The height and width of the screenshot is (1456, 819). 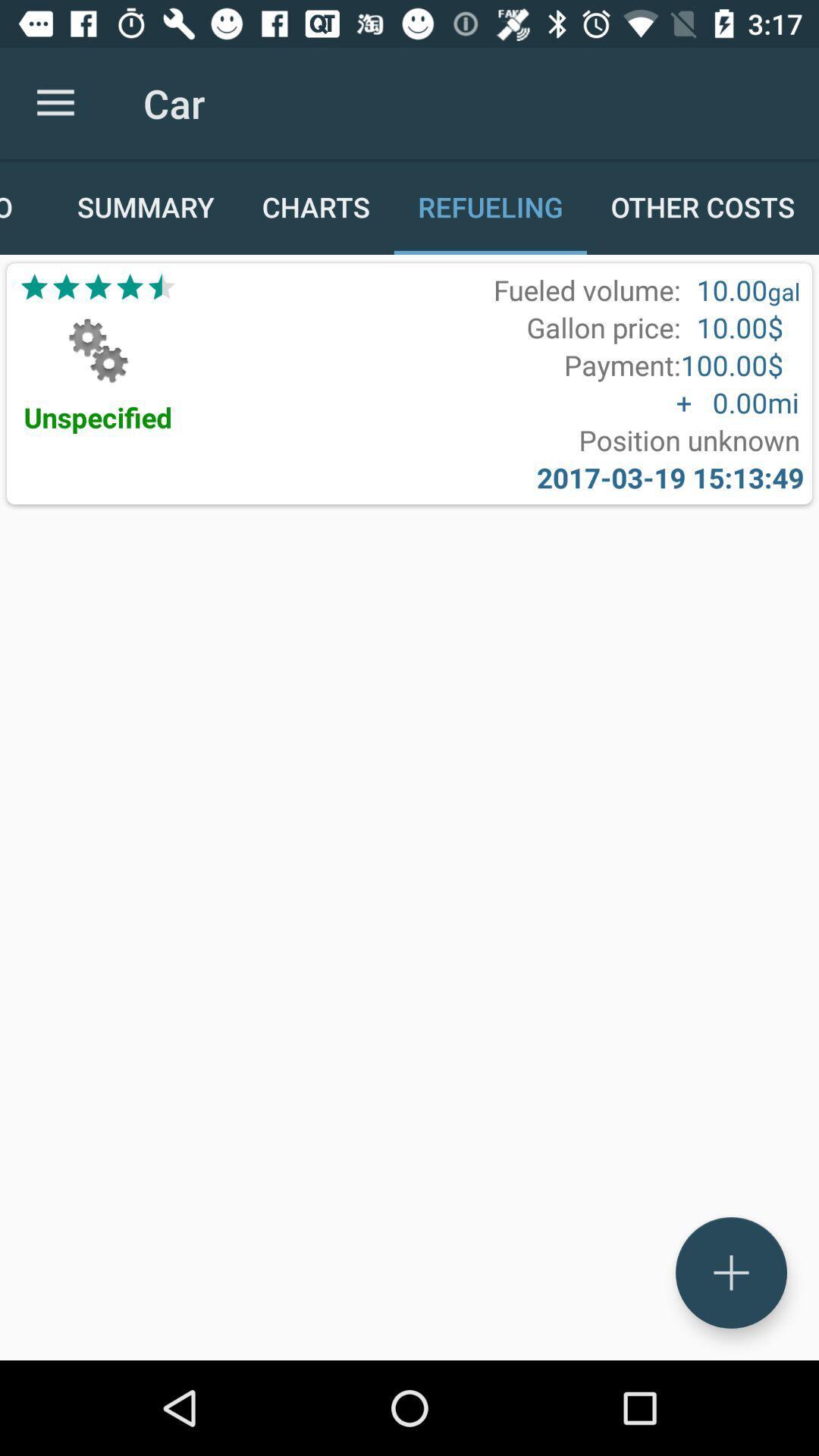 What do you see at coordinates (622, 365) in the screenshot?
I see `the icon above the +   0.00 item` at bounding box center [622, 365].